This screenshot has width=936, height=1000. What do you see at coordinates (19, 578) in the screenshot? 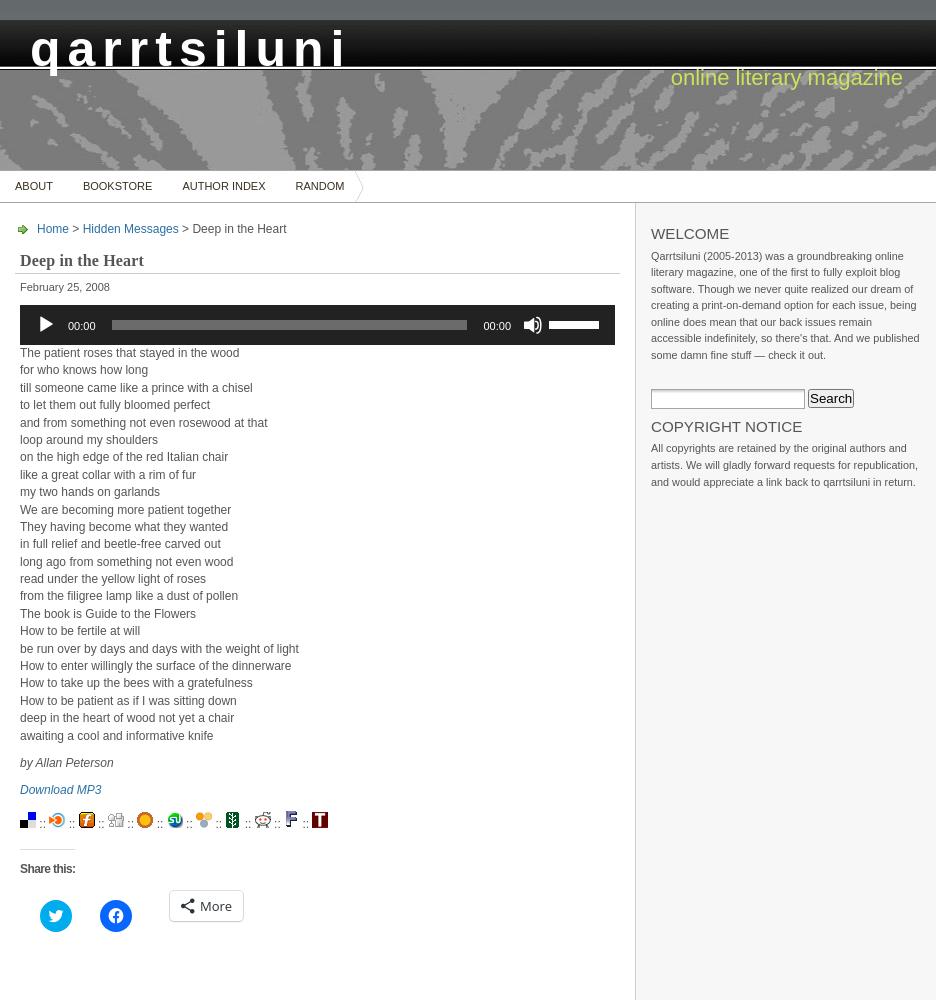
I see `'read under the yellow light of roses'` at bounding box center [19, 578].